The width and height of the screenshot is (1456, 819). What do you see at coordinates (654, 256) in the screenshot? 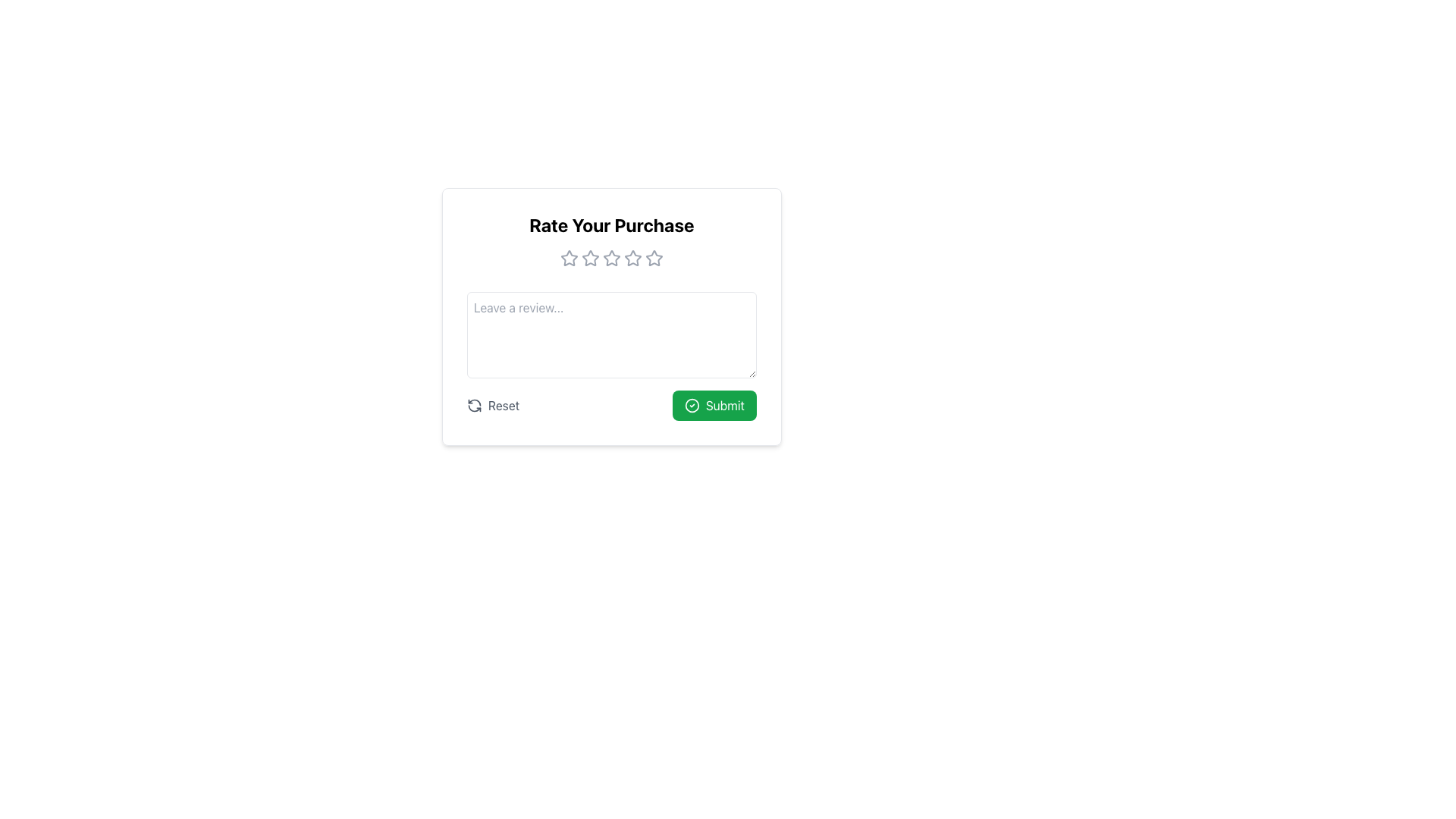
I see `the fifth star in the rating input` at bounding box center [654, 256].